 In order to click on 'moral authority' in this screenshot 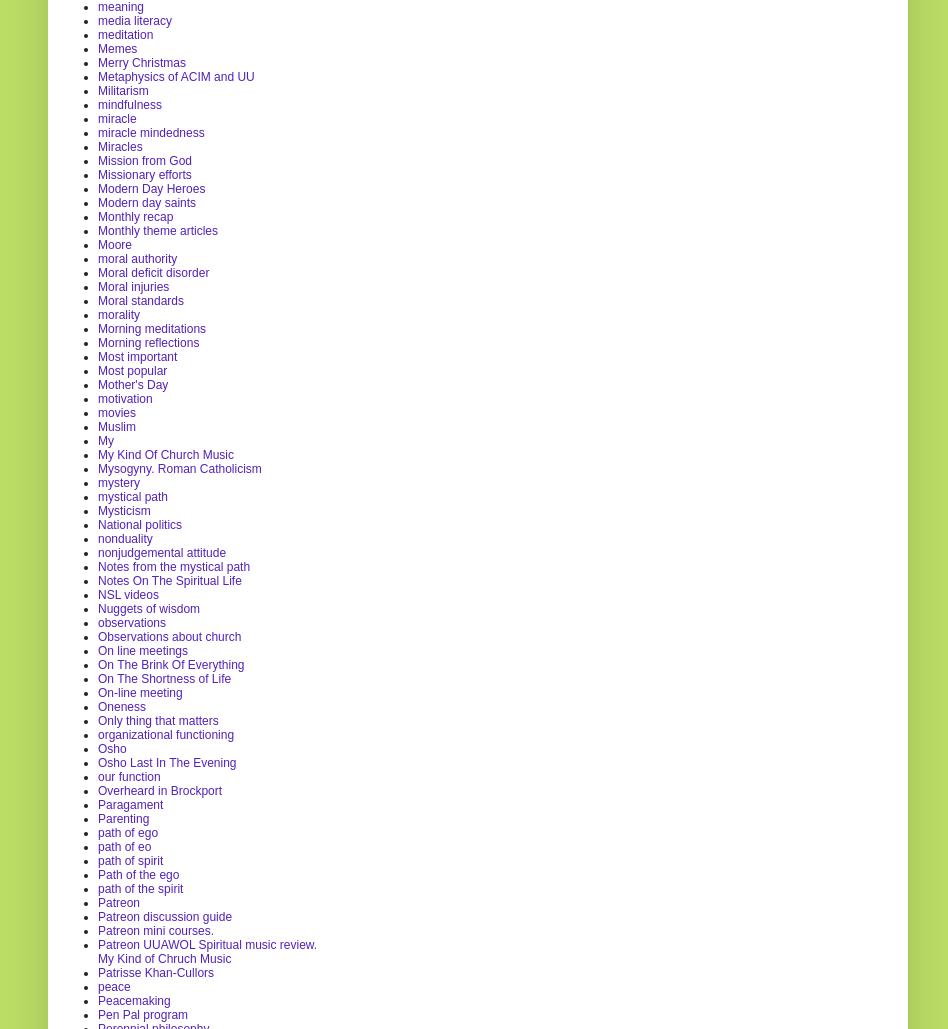, I will do `click(98, 256)`.